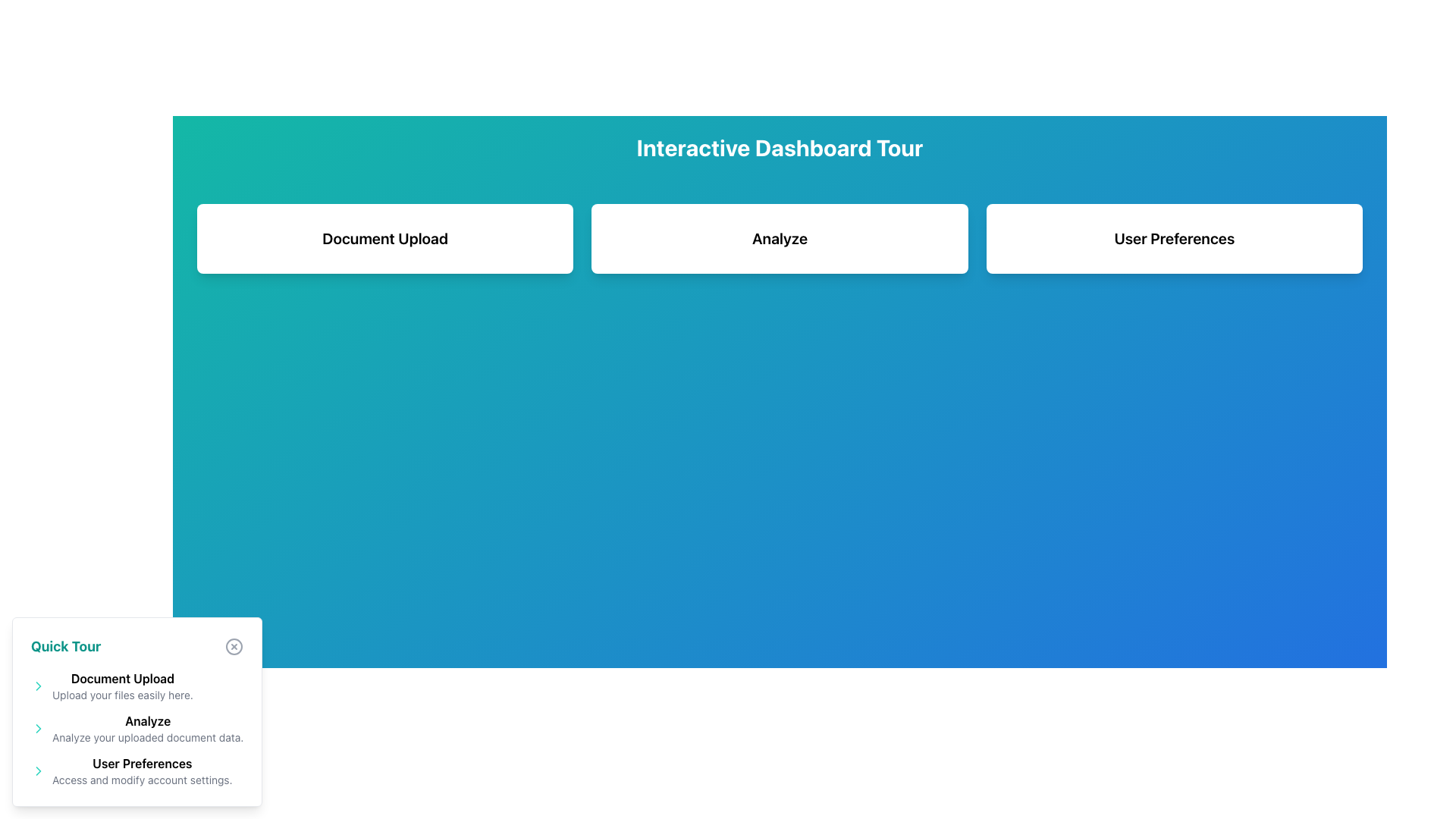  Describe the element at coordinates (385, 239) in the screenshot. I see `the Static card labeled 'Document Upload', which is the leftmost card in a row of three horizontally aligned cards` at that location.